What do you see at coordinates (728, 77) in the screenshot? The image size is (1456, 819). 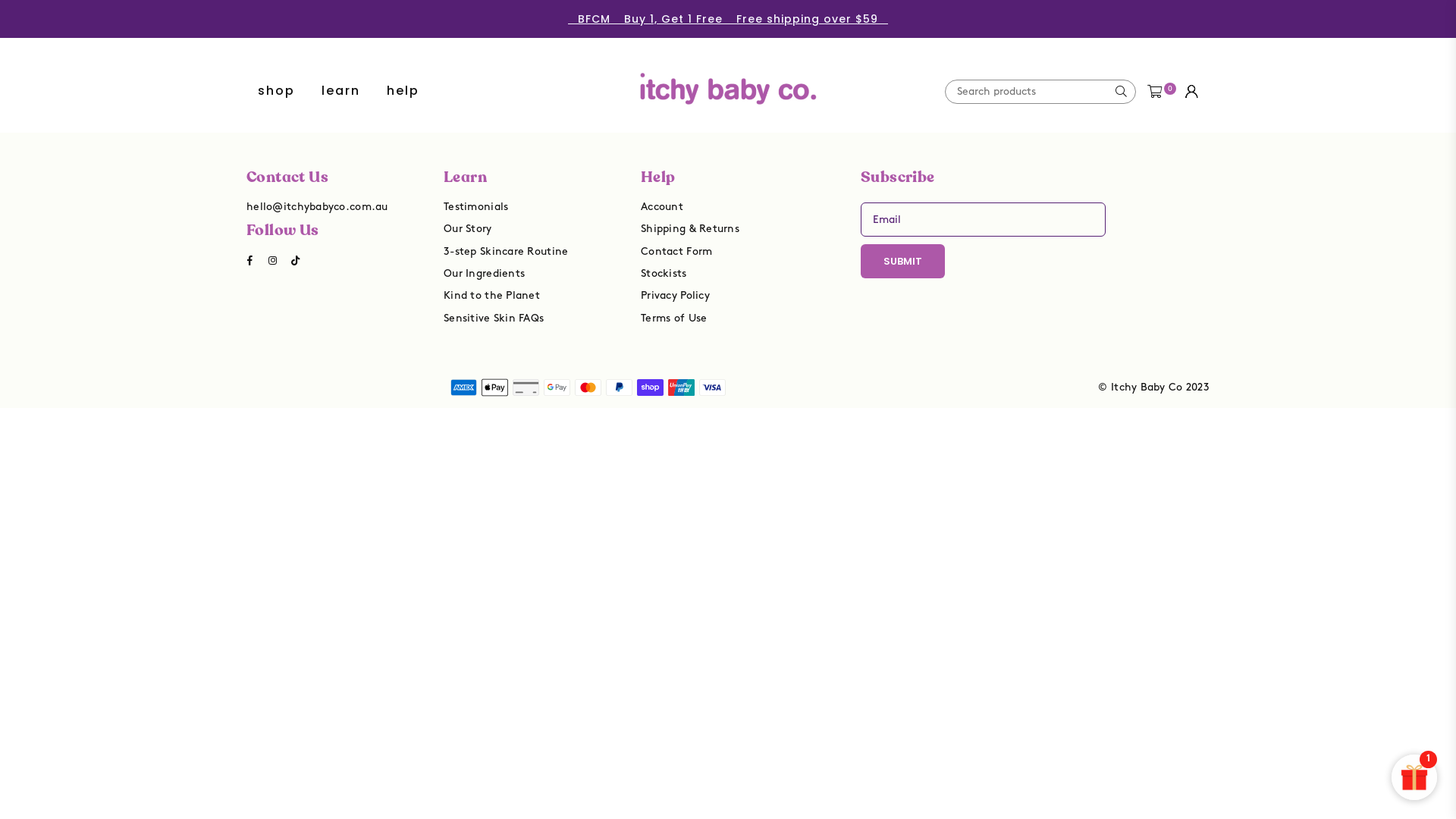 I see `'ITCHY BABY CO.'` at bounding box center [728, 77].